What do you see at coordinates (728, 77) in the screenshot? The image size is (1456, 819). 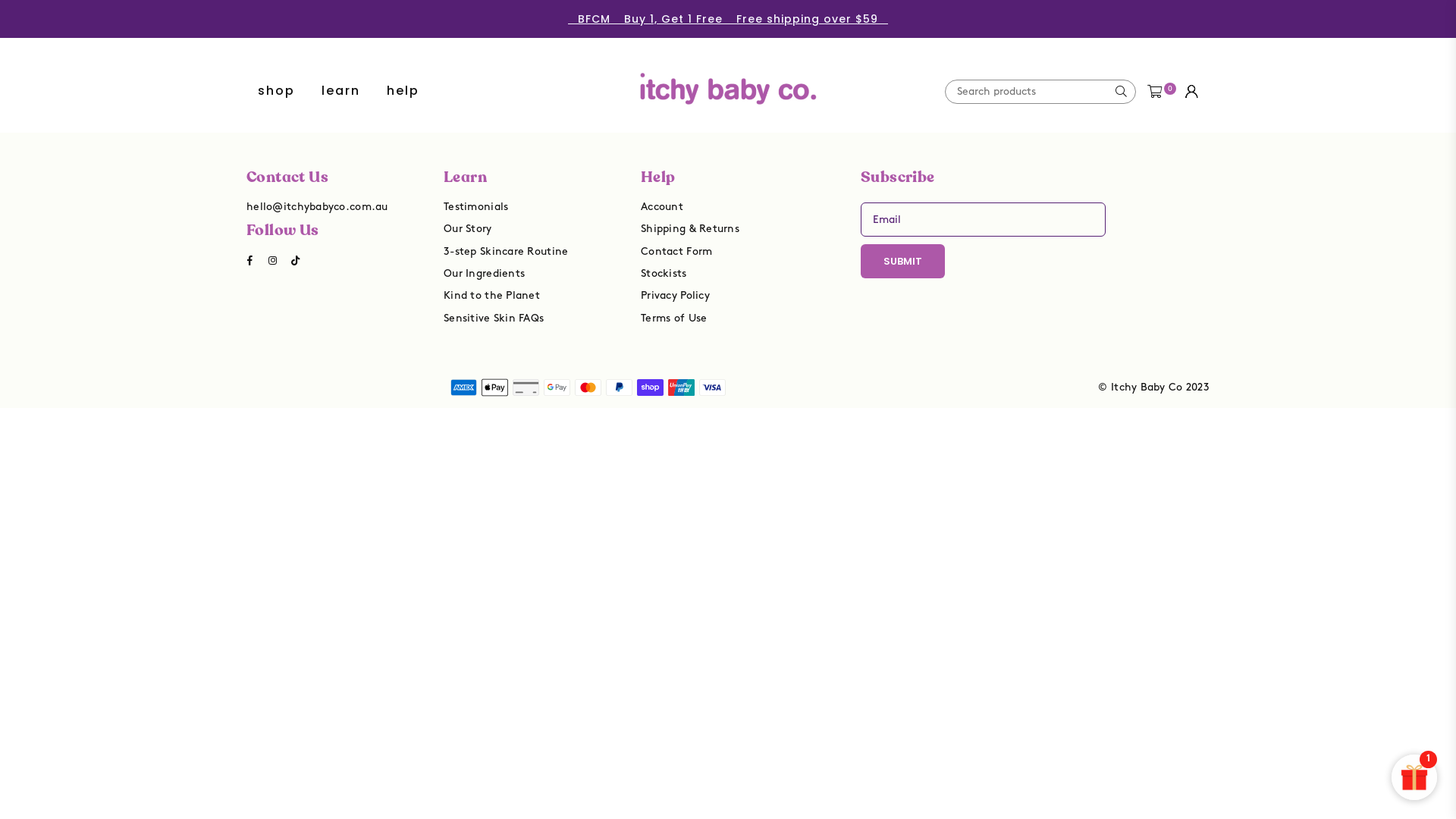 I see `'ITCHY BABY CO.'` at bounding box center [728, 77].